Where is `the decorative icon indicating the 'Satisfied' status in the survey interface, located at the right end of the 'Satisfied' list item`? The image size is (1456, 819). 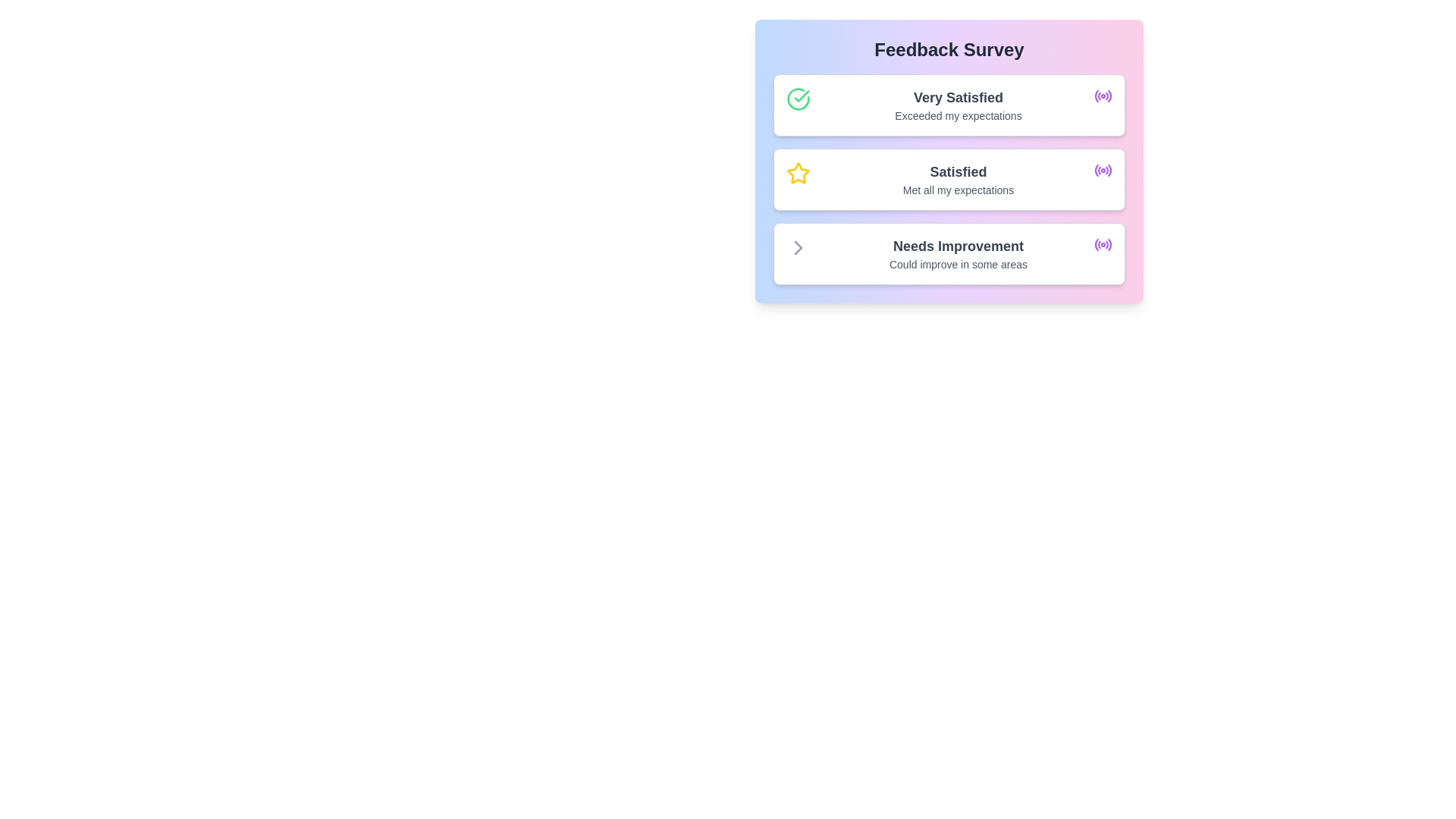
the decorative icon indicating the 'Satisfied' status in the survey interface, located at the right end of the 'Satisfied' list item is located at coordinates (1103, 170).